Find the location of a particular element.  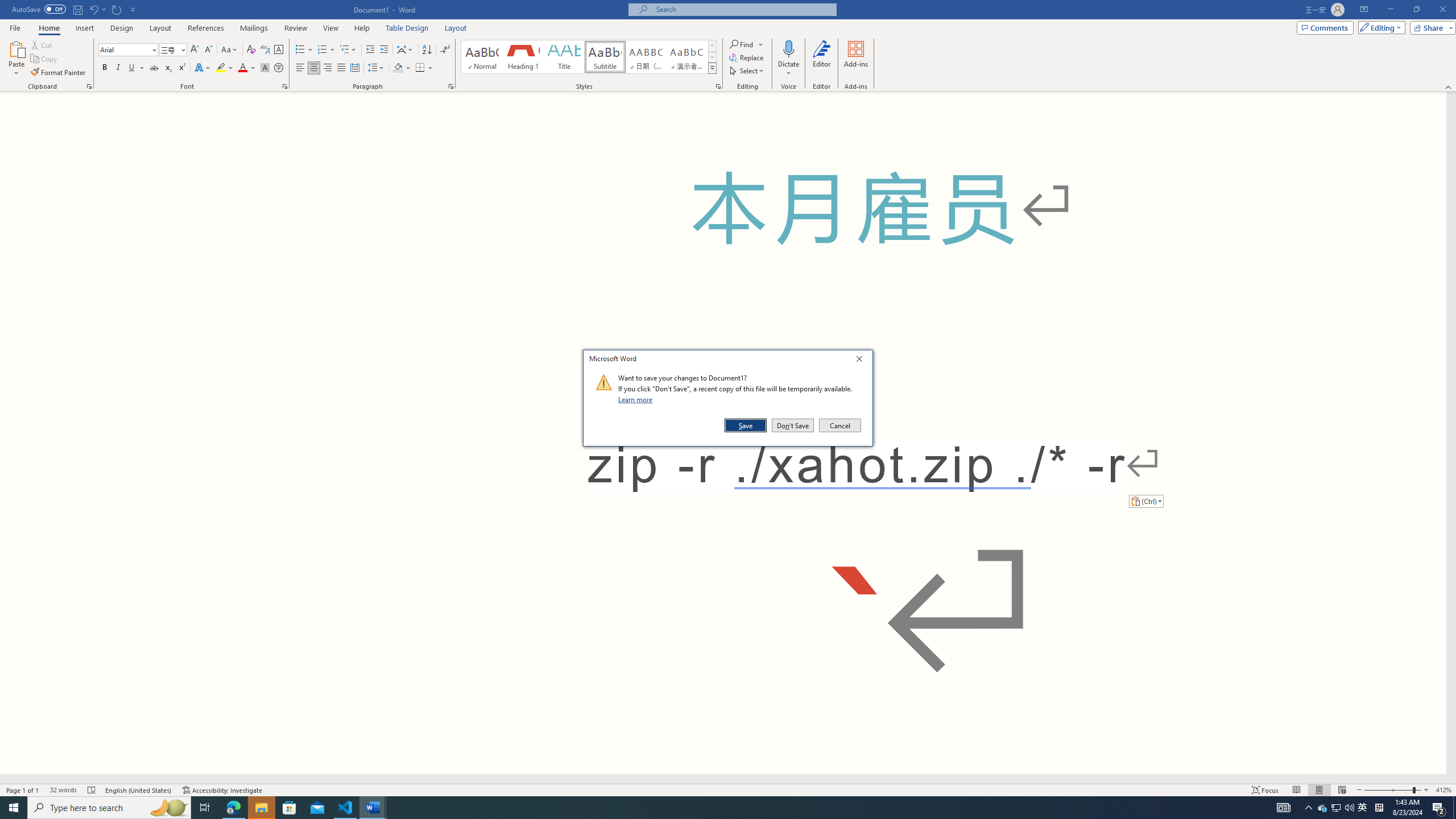

'Action: Paste alternatives' is located at coordinates (1145, 500).